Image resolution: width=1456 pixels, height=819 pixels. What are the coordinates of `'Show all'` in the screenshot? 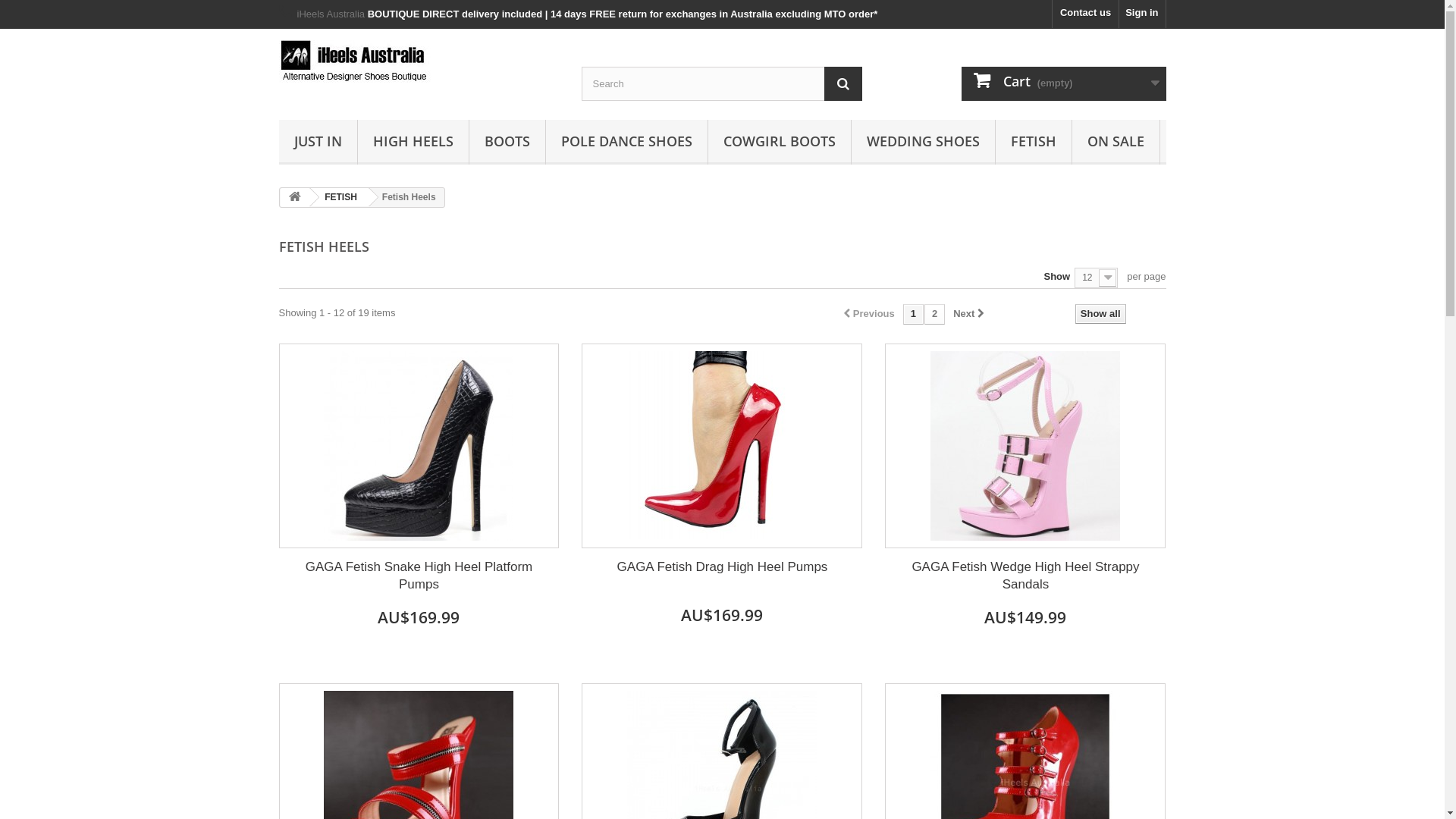 It's located at (1100, 312).